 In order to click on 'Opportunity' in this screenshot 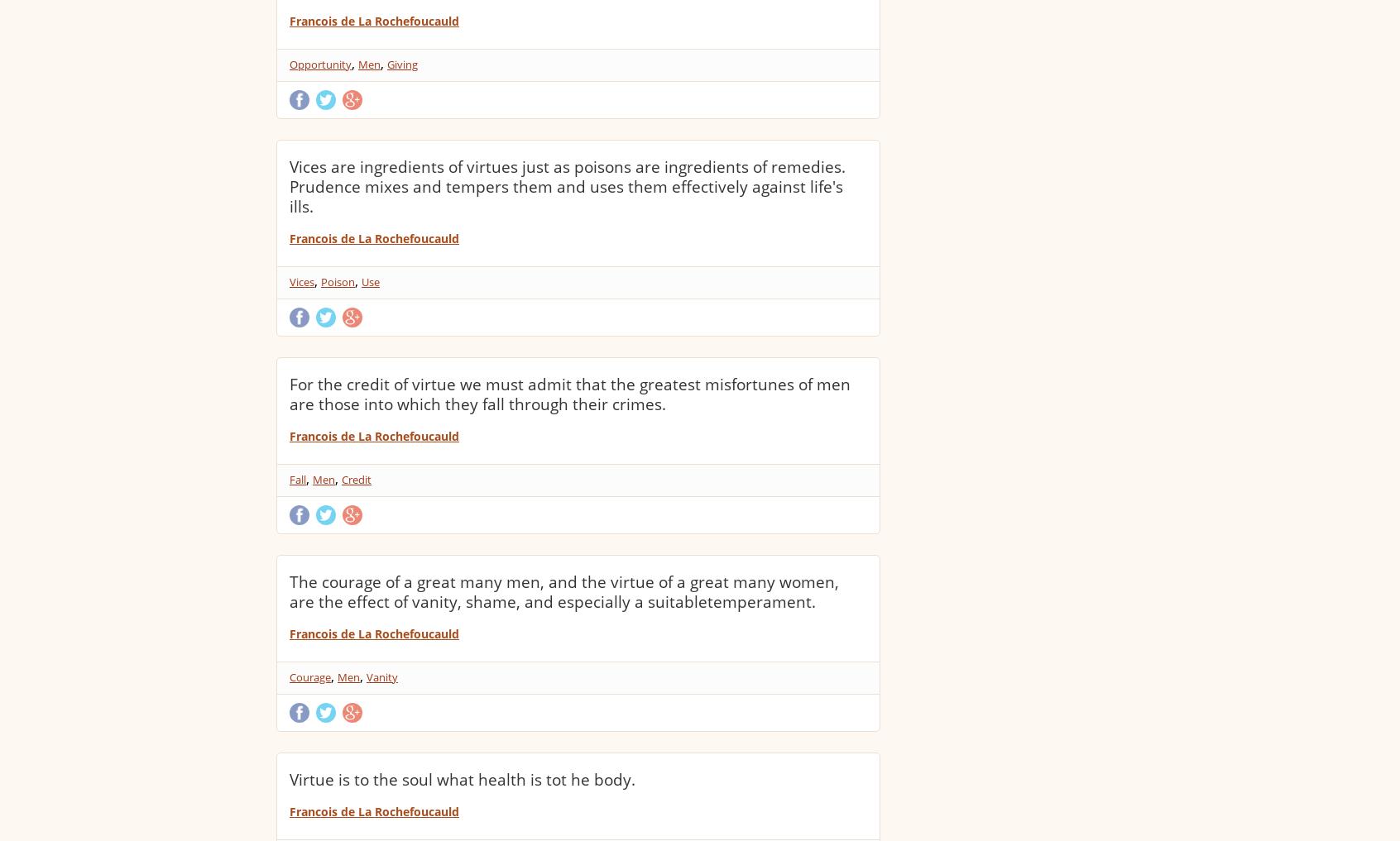, I will do `click(320, 65)`.